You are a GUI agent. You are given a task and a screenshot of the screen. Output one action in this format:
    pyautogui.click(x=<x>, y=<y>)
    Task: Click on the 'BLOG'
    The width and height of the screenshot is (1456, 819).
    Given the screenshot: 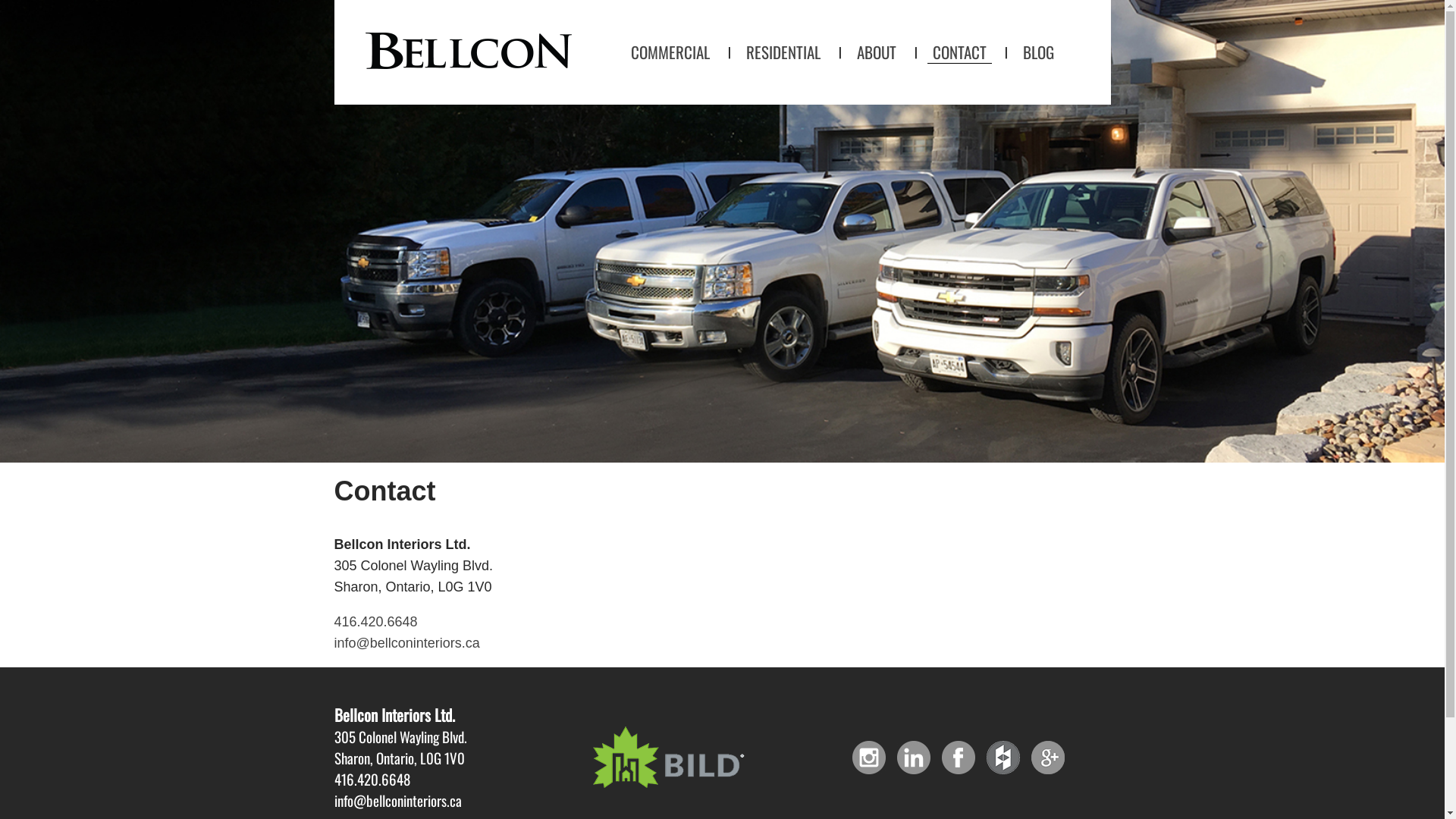 What is the action you would take?
    pyautogui.click(x=1018, y=52)
    